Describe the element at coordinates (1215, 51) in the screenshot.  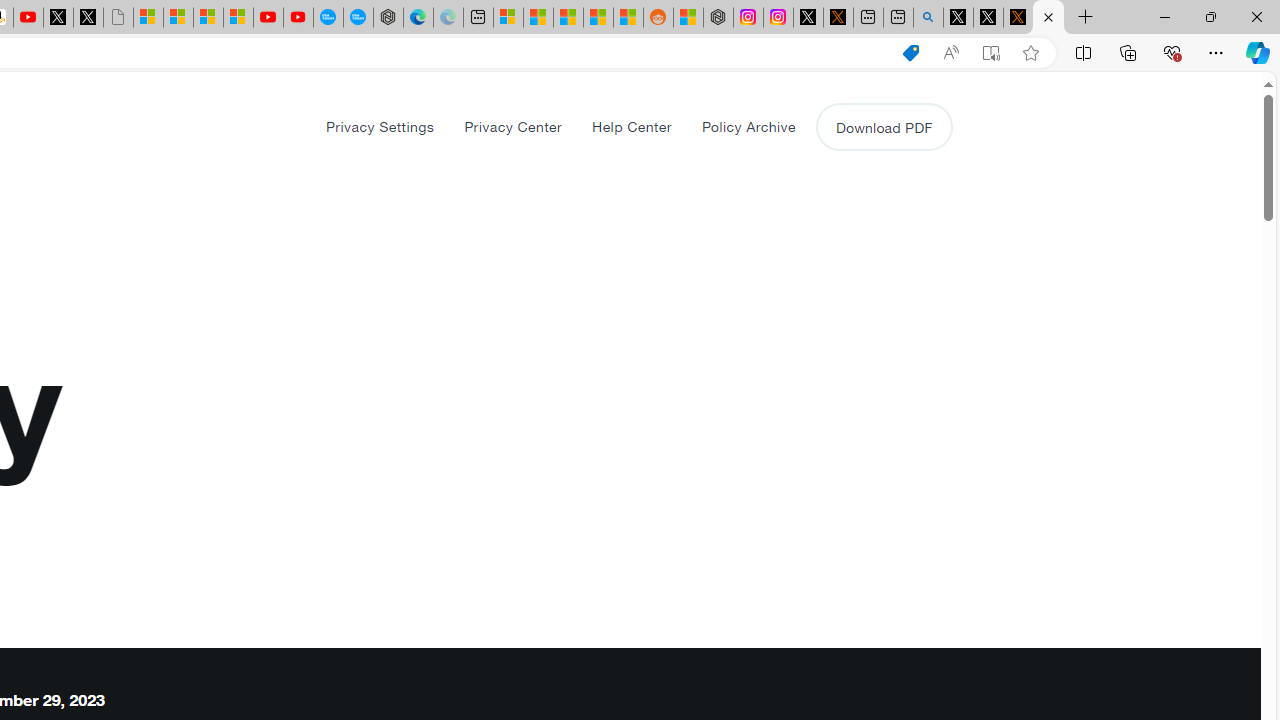
I see `'Settings and more (Alt+F)'` at that location.